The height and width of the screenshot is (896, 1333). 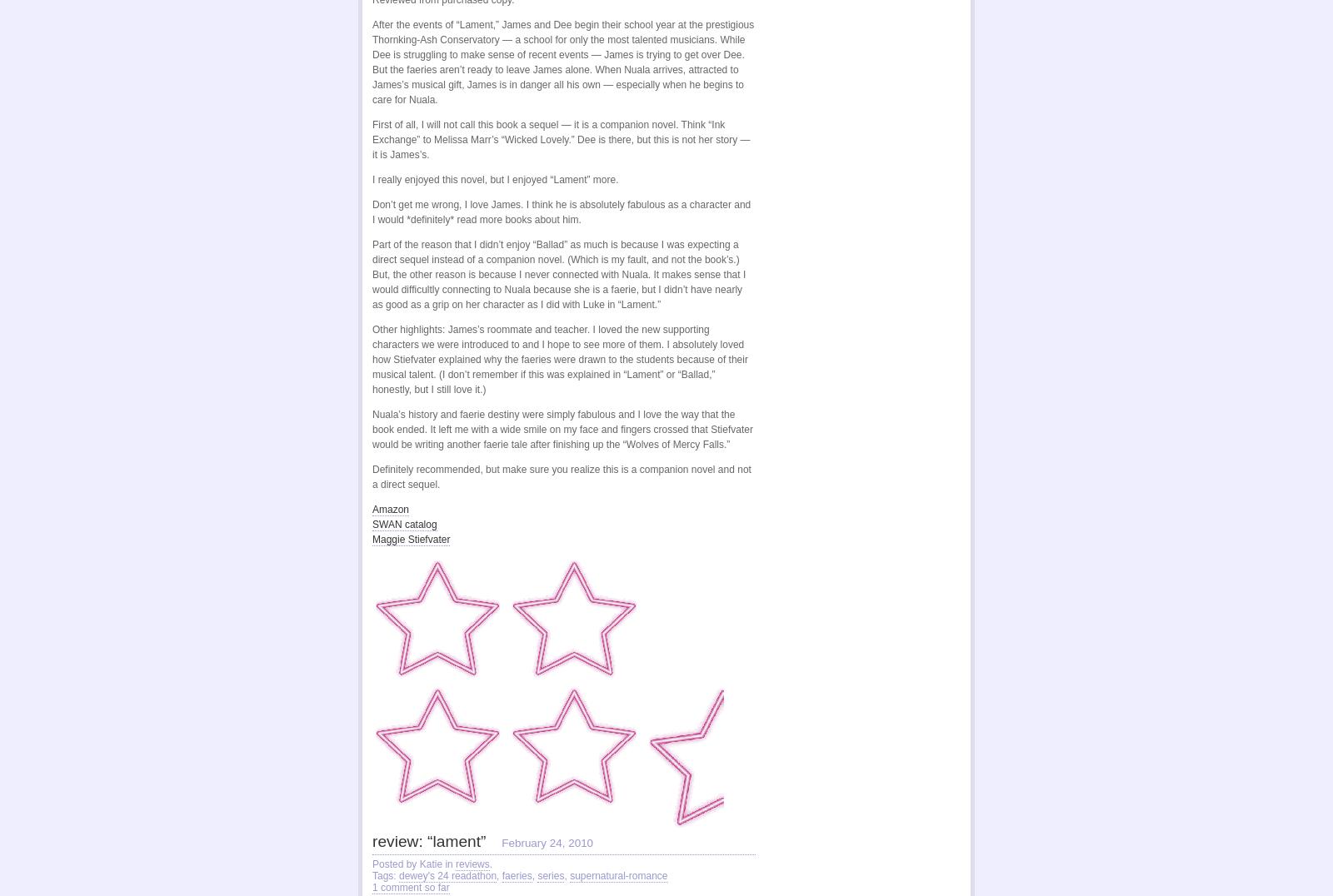 What do you see at coordinates (403, 522) in the screenshot?
I see `'SWAN catalog'` at bounding box center [403, 522].